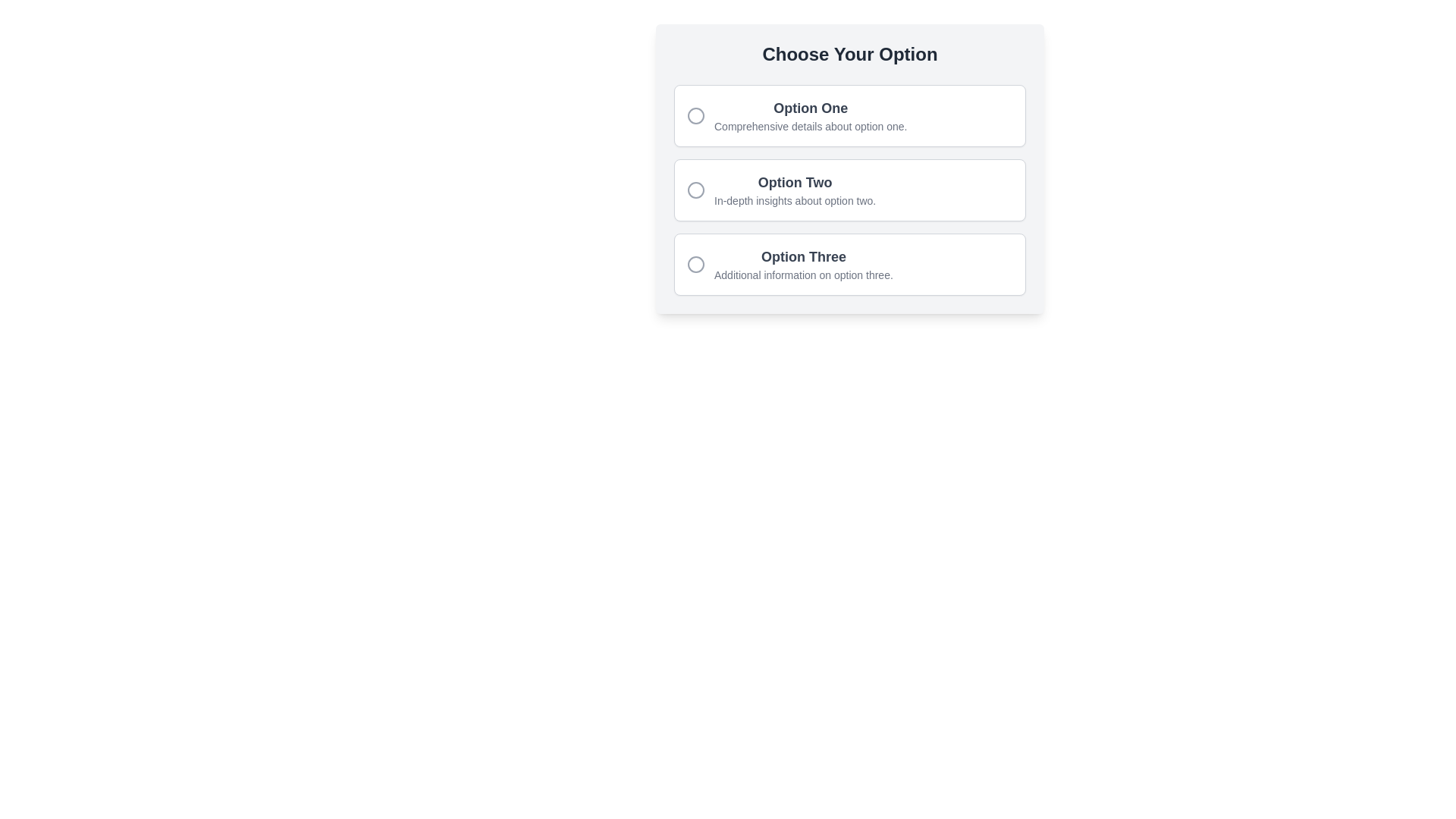 The width and height of the screenshot is (1456, 819). Describe the element at coordinates (794, 181) in the screenshot. I see `the text label displaying 'Option Two'` at that location.